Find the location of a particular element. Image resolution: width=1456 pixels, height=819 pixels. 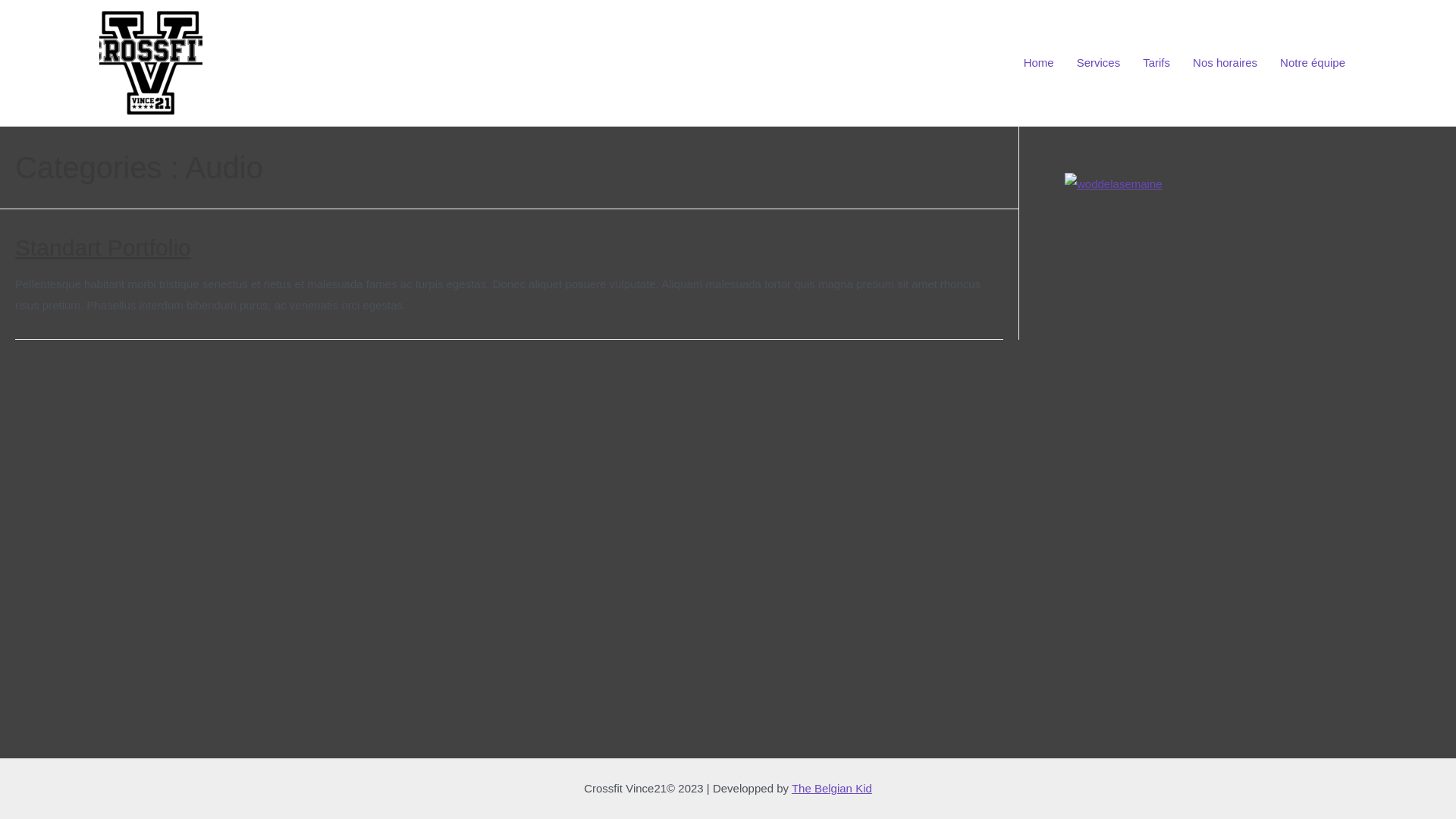

'Home' is located at coordinates (1037, 62).